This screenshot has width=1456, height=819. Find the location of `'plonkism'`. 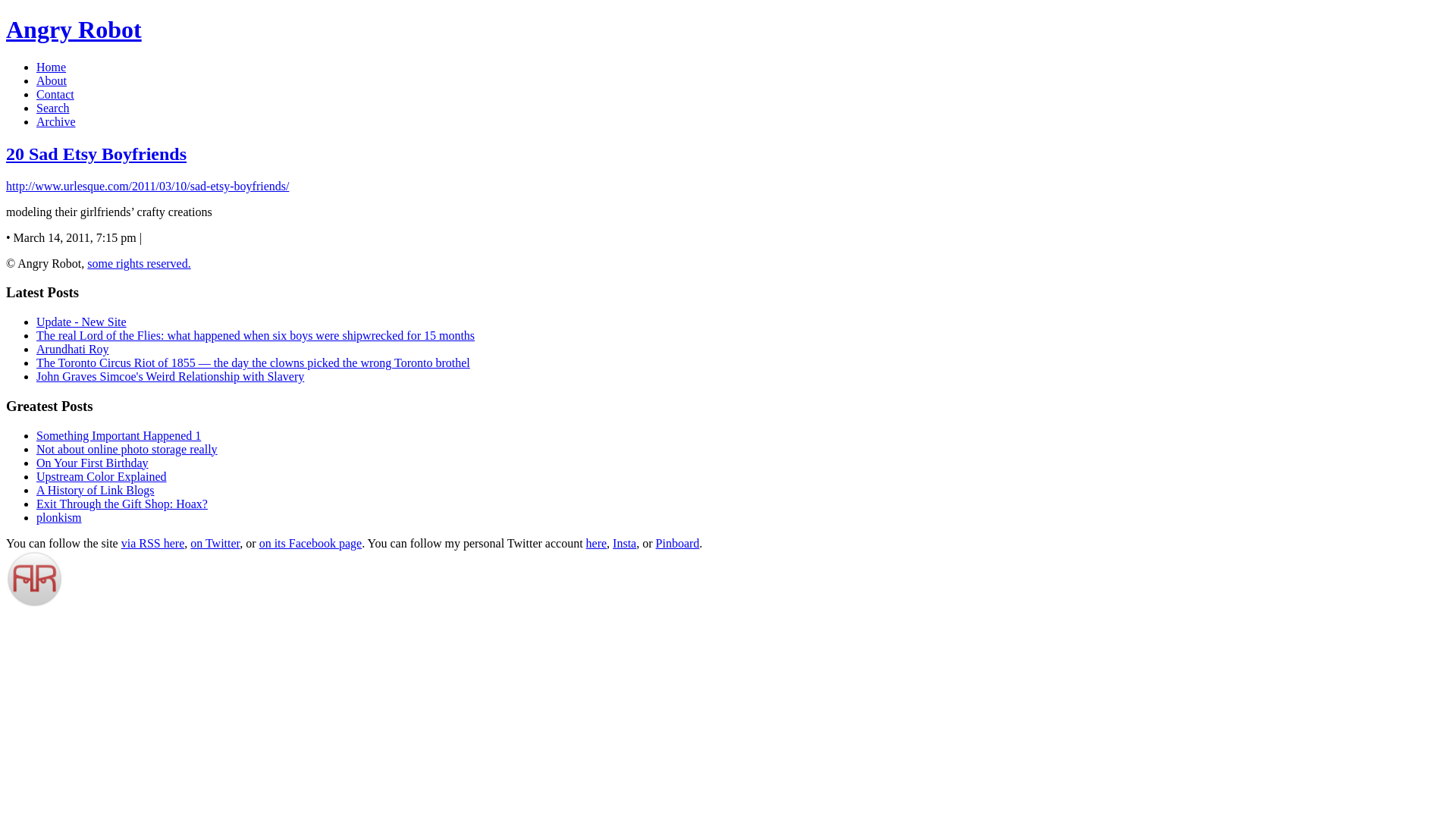

'plonkism' is located at coordinates (58, 516).